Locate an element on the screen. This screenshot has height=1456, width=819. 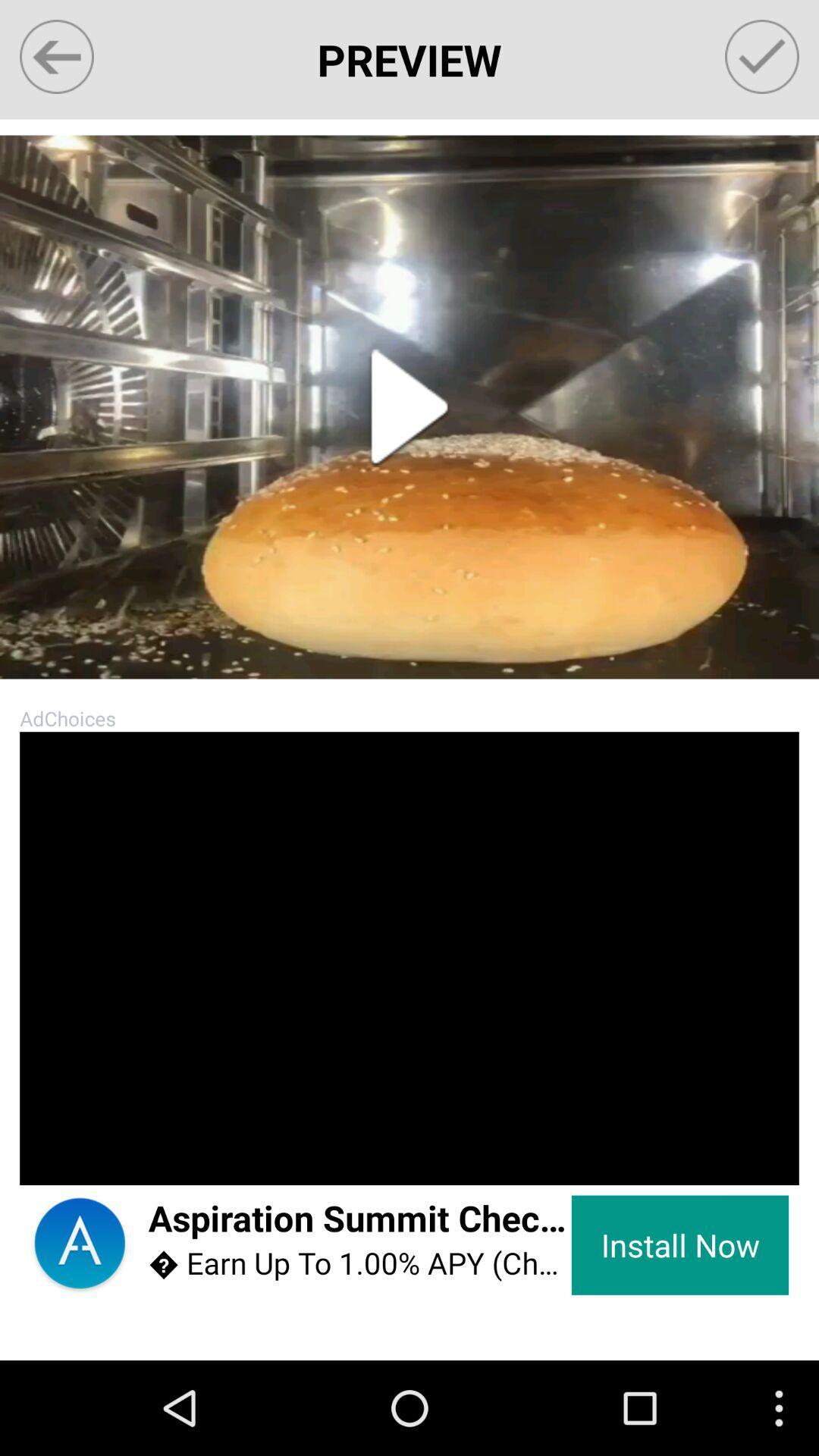
app next to preview item is located at coordinates (55, 57).